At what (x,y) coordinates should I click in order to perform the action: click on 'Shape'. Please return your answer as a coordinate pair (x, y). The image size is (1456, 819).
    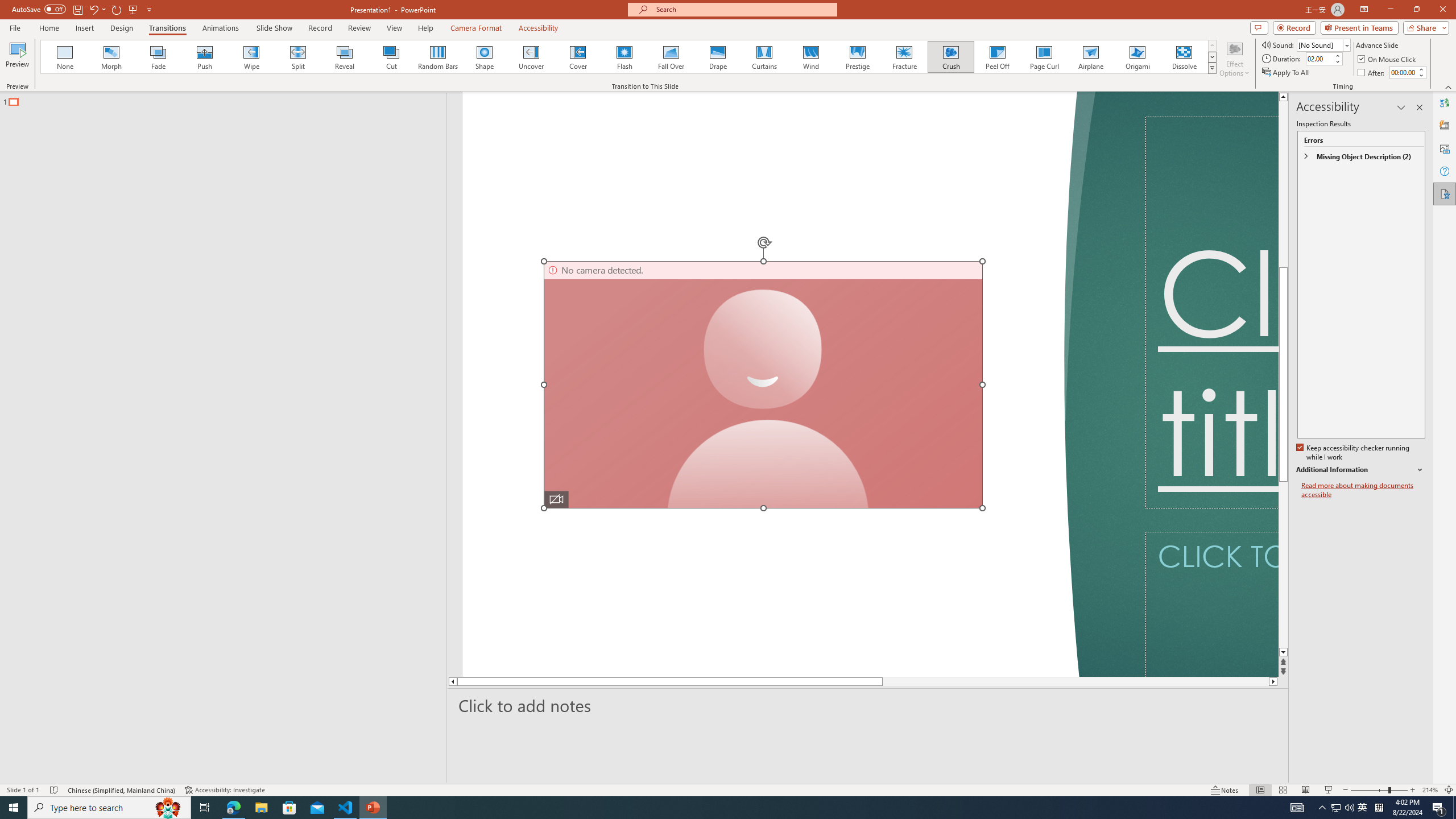
    Looking at the image, I should click on (484, 56).